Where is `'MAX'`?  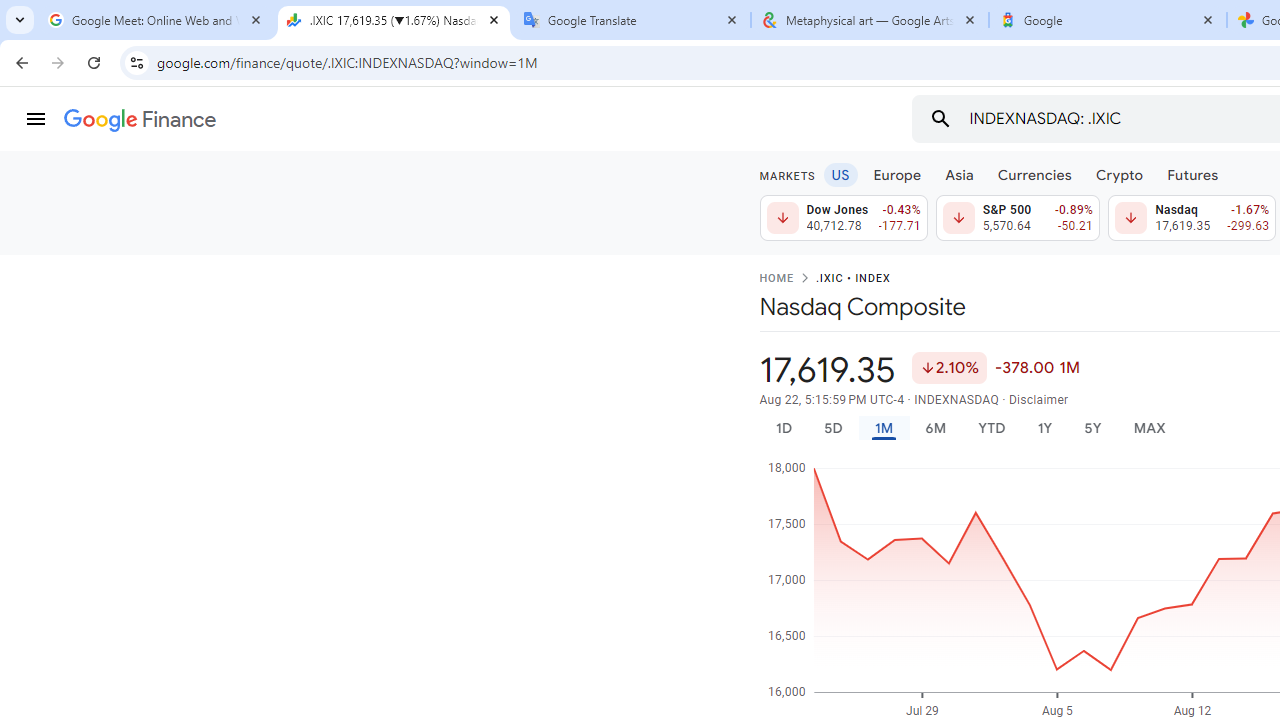
'MAX' is located at coordinates (1149, 427).